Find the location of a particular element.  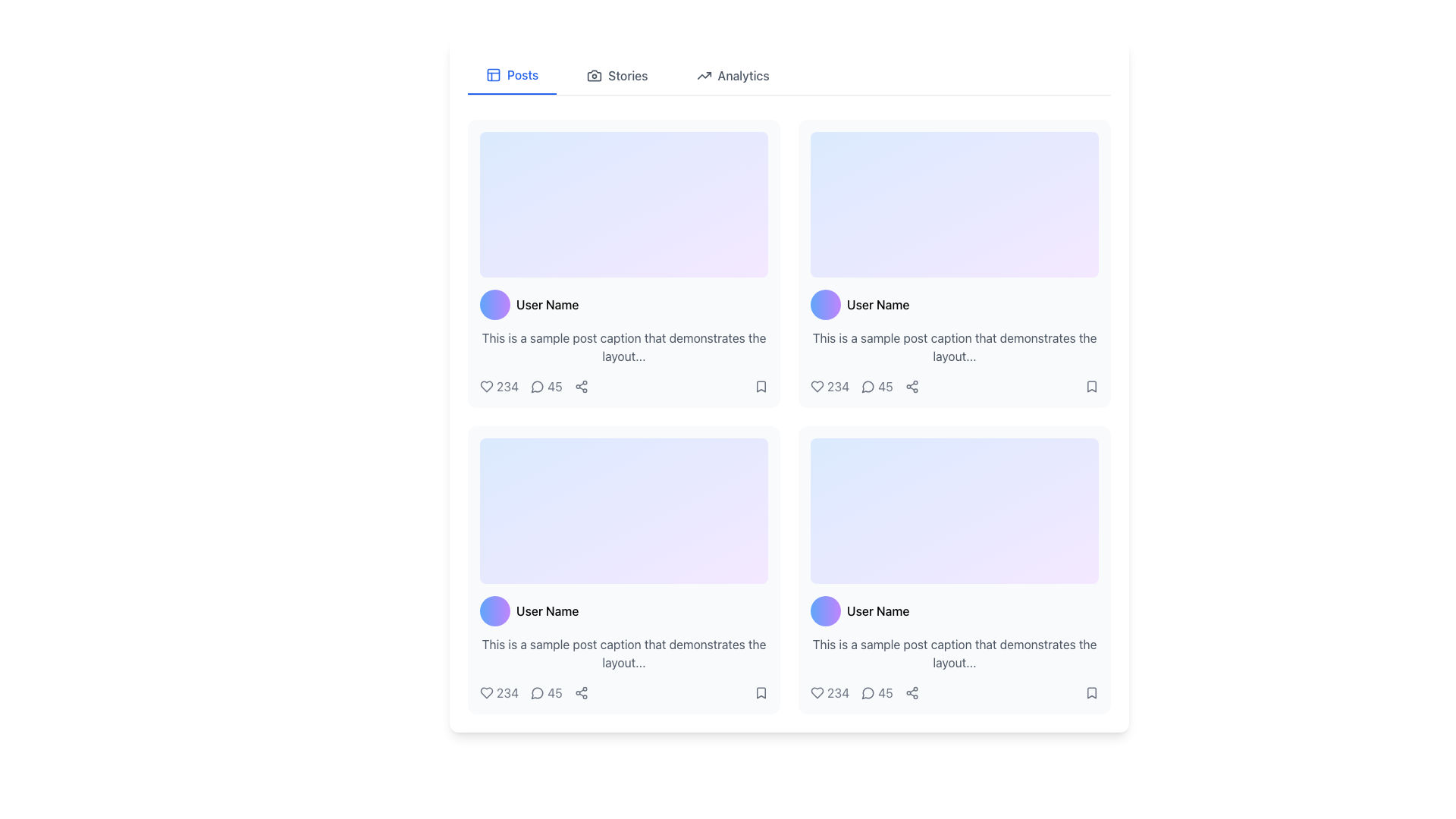

the camera icon located in the header navigation bar, adjacent to the 'Stories' text is located at coordinates (594, 76).